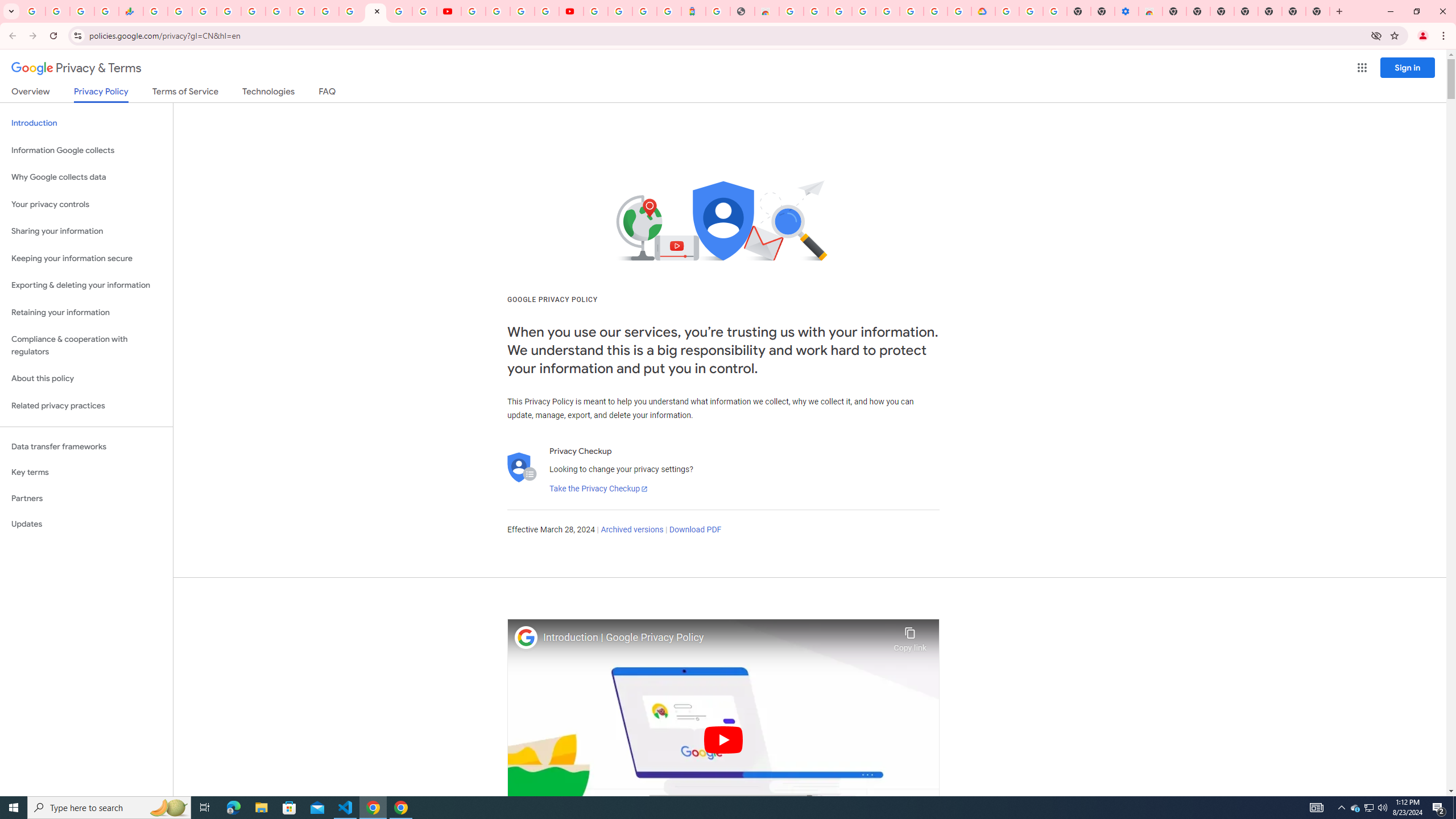 Image resolution: width=1456 pixels, height=819 pixels. Describe the element at coordinates (86, 150) in the screenshot. I see `'Information Google collects'` at that location.